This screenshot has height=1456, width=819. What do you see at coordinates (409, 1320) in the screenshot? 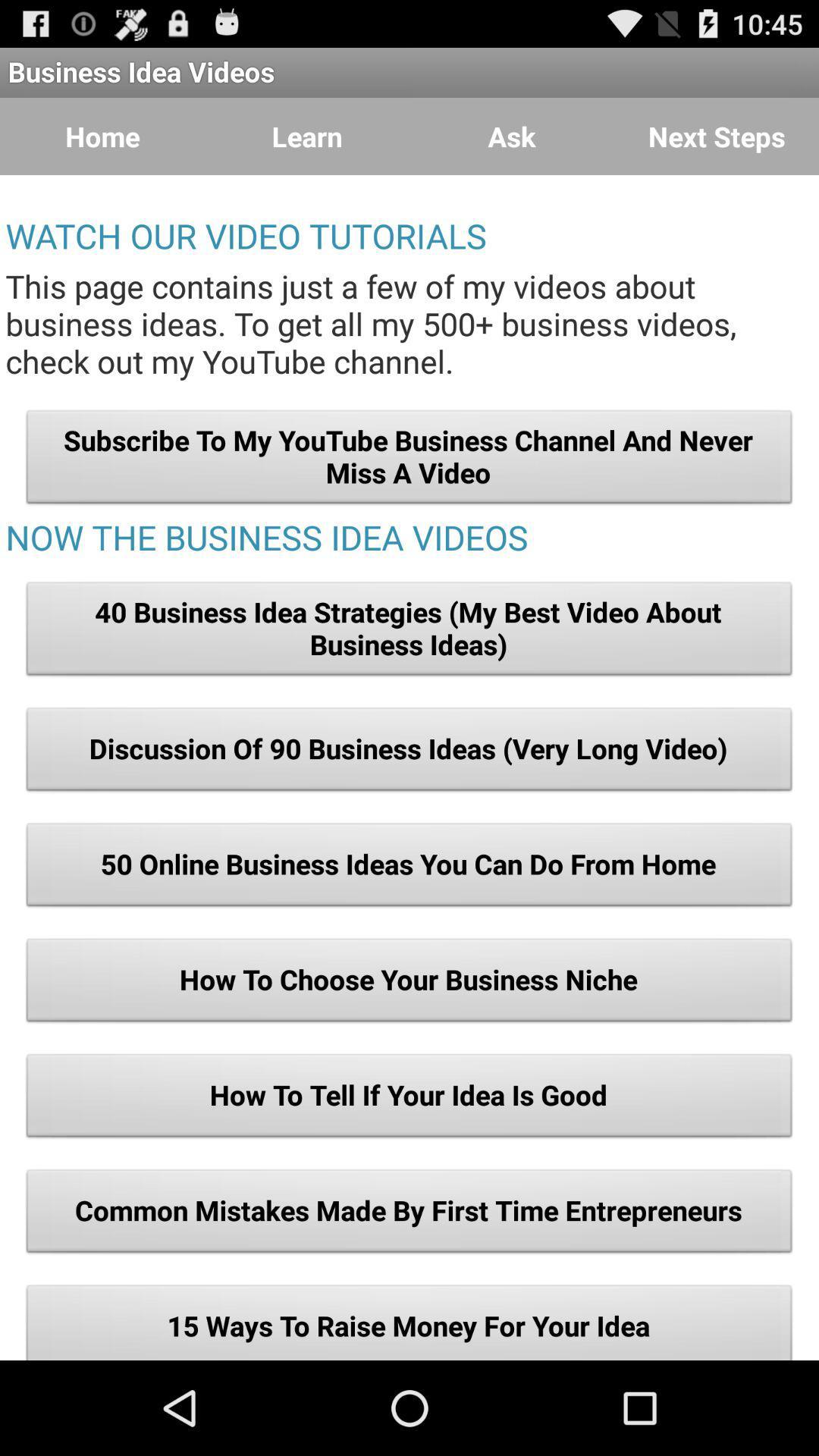
I see `item below the common mistakes made button` at bounding box center [409, 1320].